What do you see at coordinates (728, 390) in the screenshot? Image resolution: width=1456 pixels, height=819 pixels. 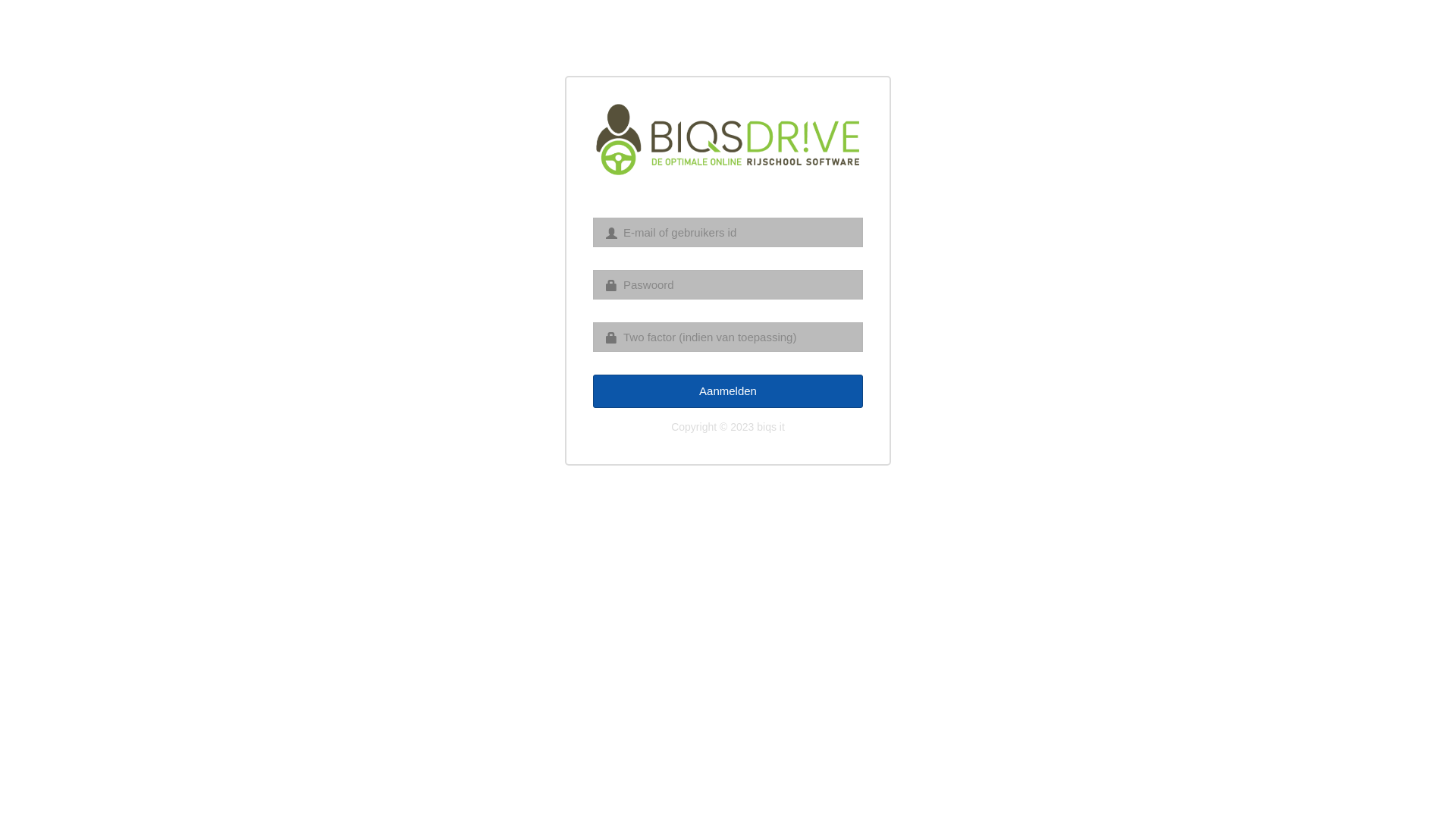 I see `'Aanmelden'` at bounding box center [728, 390].